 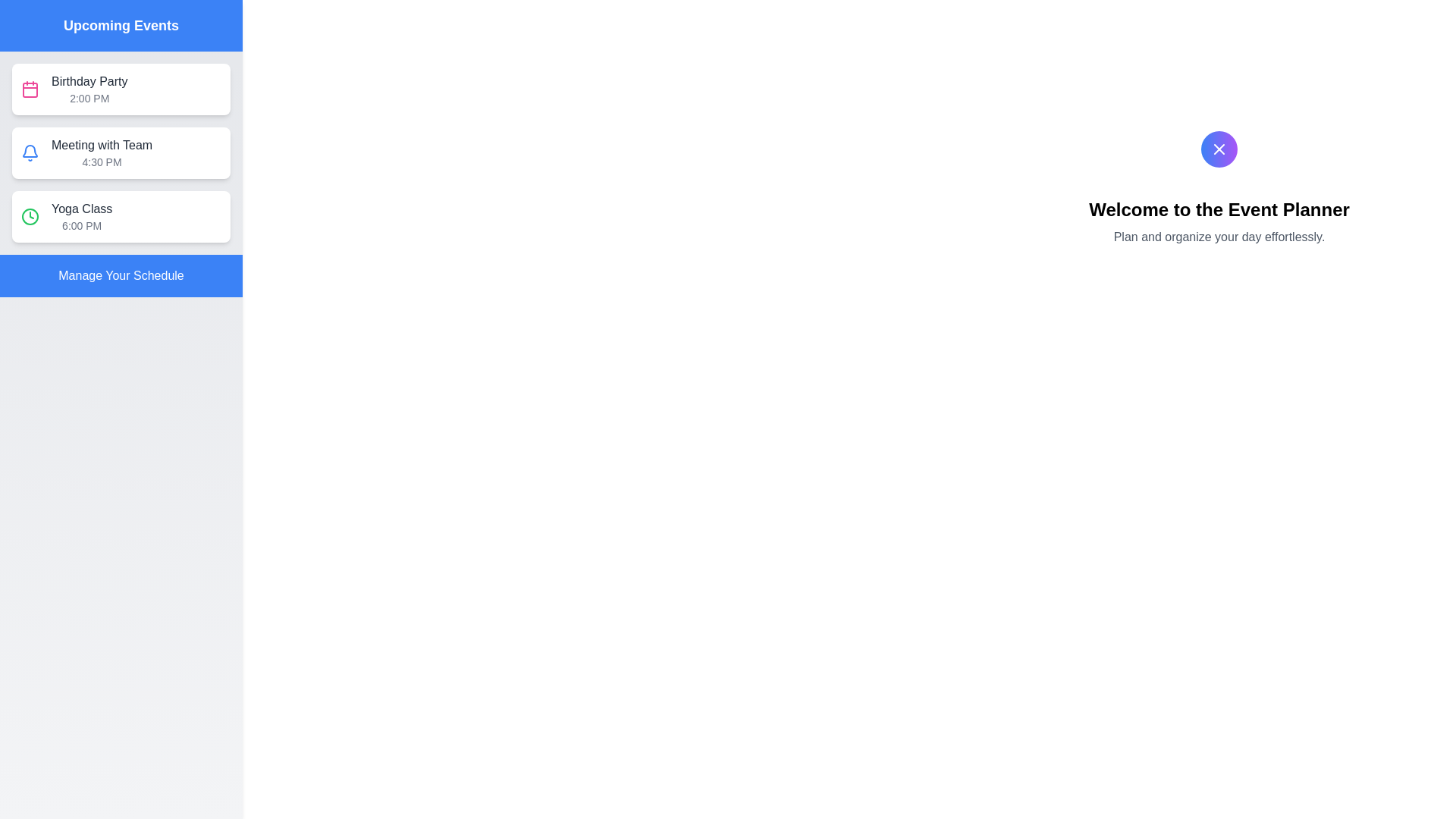 I want to click on the Text Label located at the upper left corner of the first card in the 'Upcoming Events' section, which serves as the title for the associated event, so click(x=89, y=82).